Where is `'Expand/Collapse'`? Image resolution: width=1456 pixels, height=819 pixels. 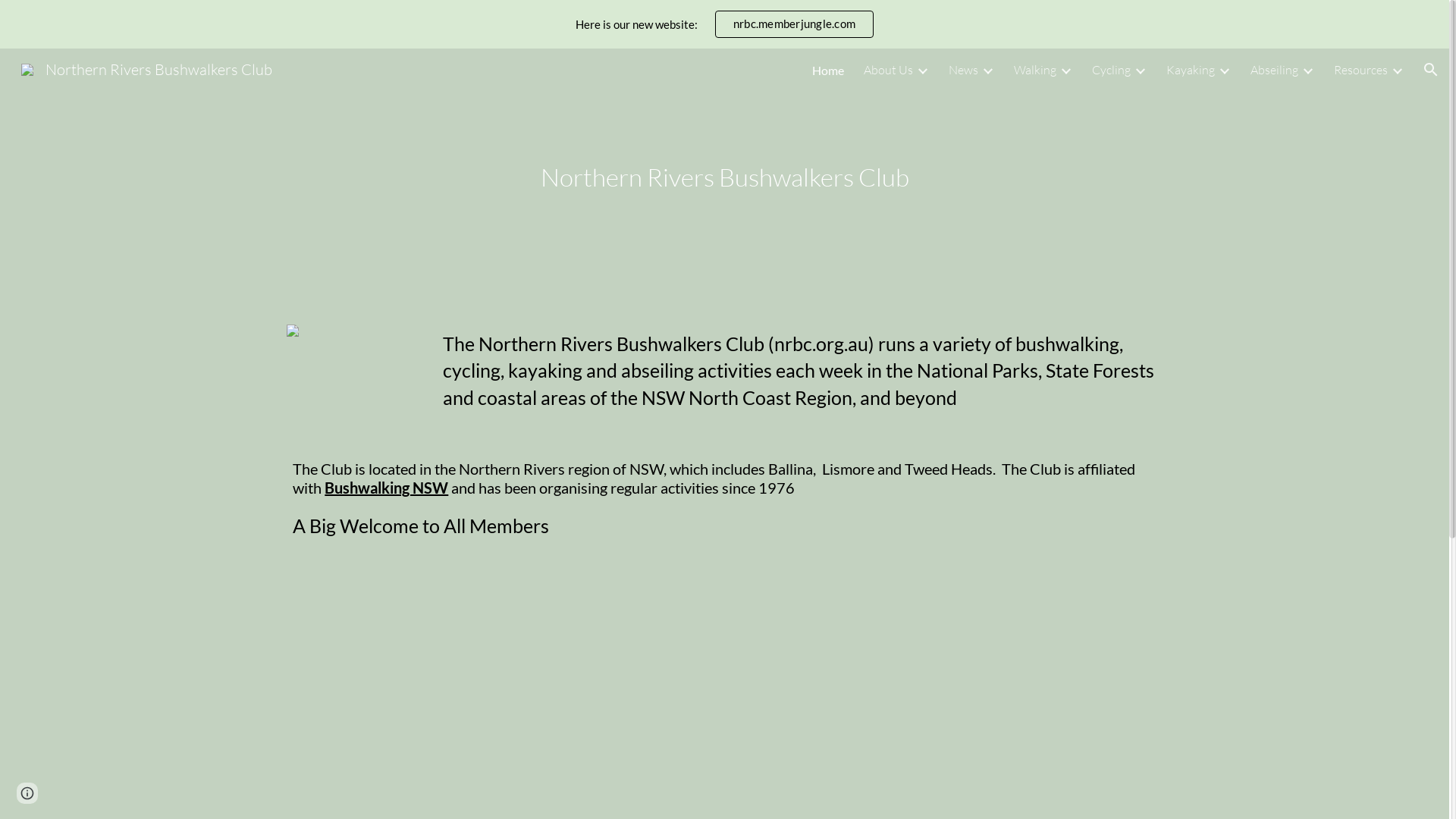 'Expand/Collapse' is located at coordinates (1132, 70).